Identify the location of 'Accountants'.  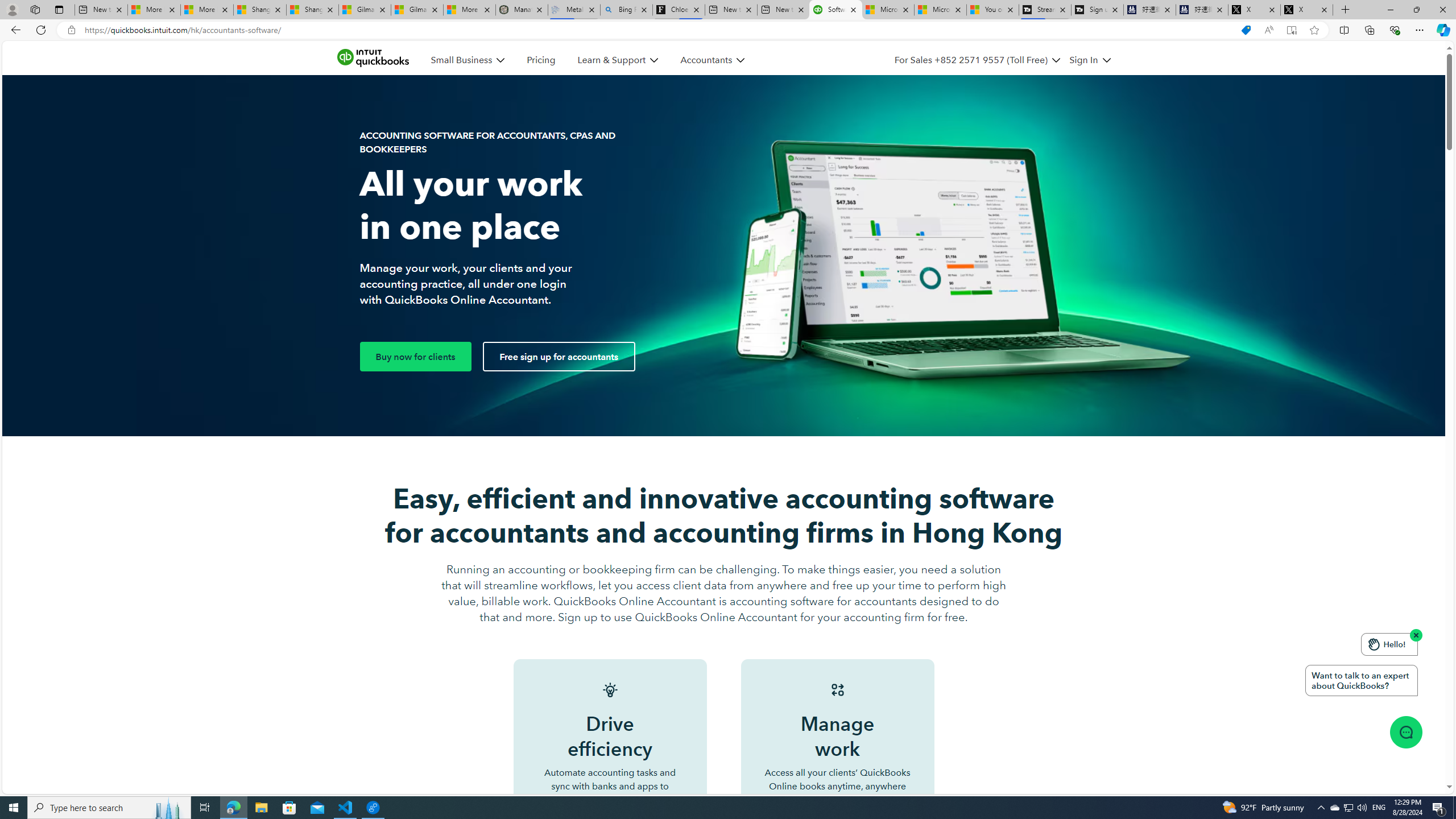
(712, 60).